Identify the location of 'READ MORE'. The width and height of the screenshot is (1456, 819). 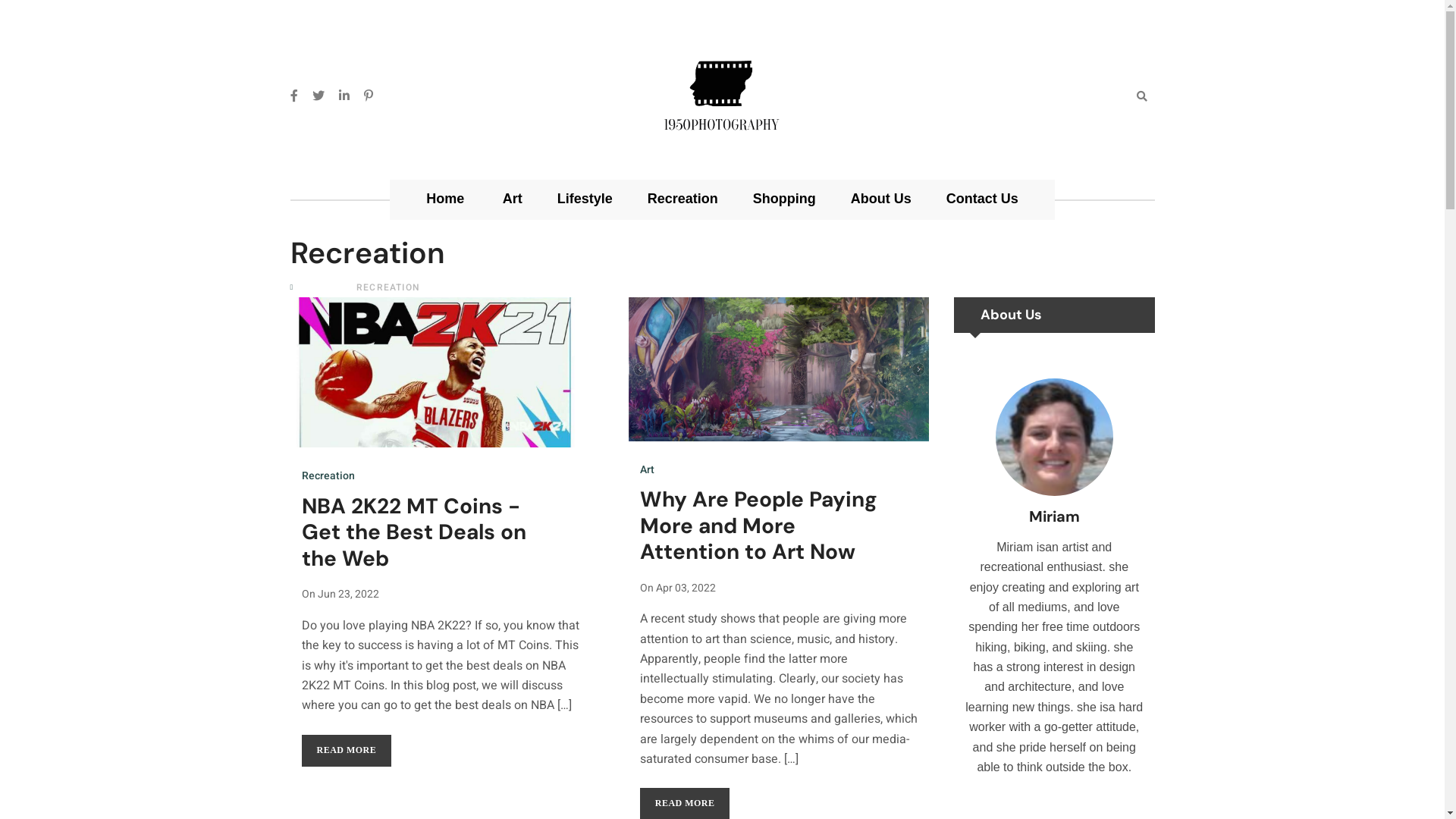
(346, 751).